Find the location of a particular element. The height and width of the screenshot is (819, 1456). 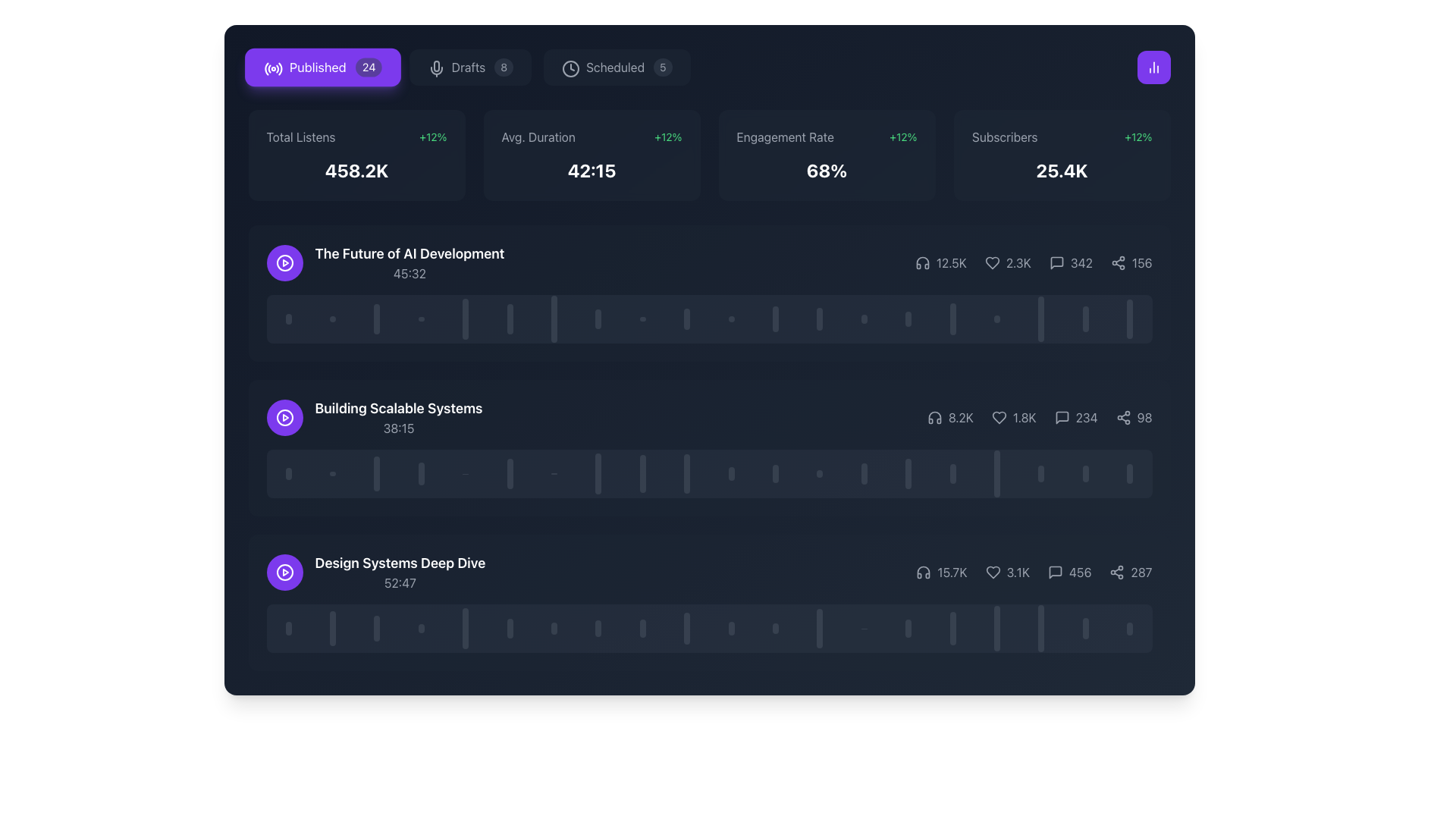

the icon representing the metric of the number of listeners, which is located to the left of a numerical figure in the lower mid-section of the interface, part of the second content row is located at coordinates (934, 418).